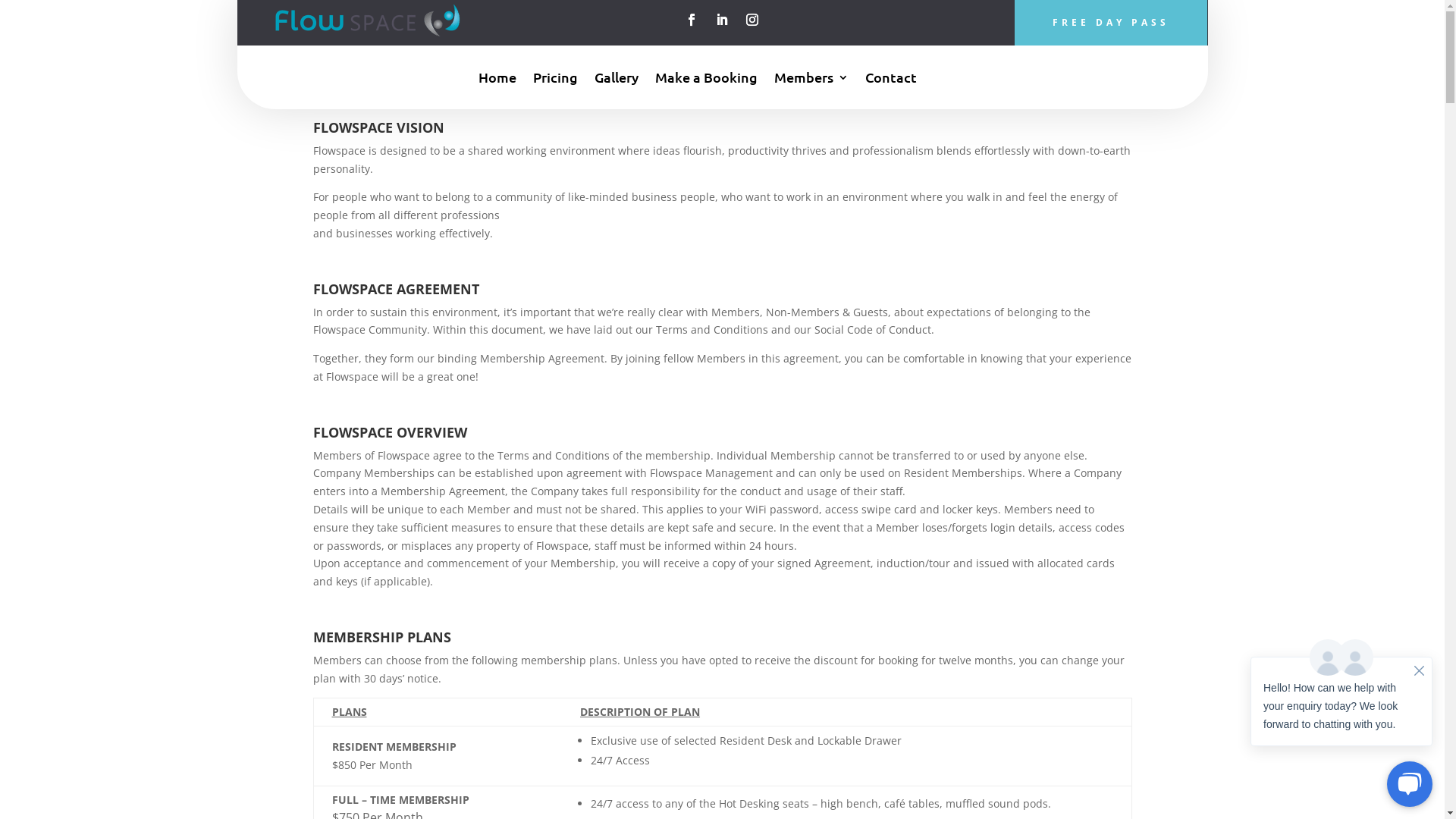 The width and height of the screenshot is (1456, 819). What do you see at coordinates (810, 80) in the screenshot?
I see `'Members'` at bounding box center [810, 80].